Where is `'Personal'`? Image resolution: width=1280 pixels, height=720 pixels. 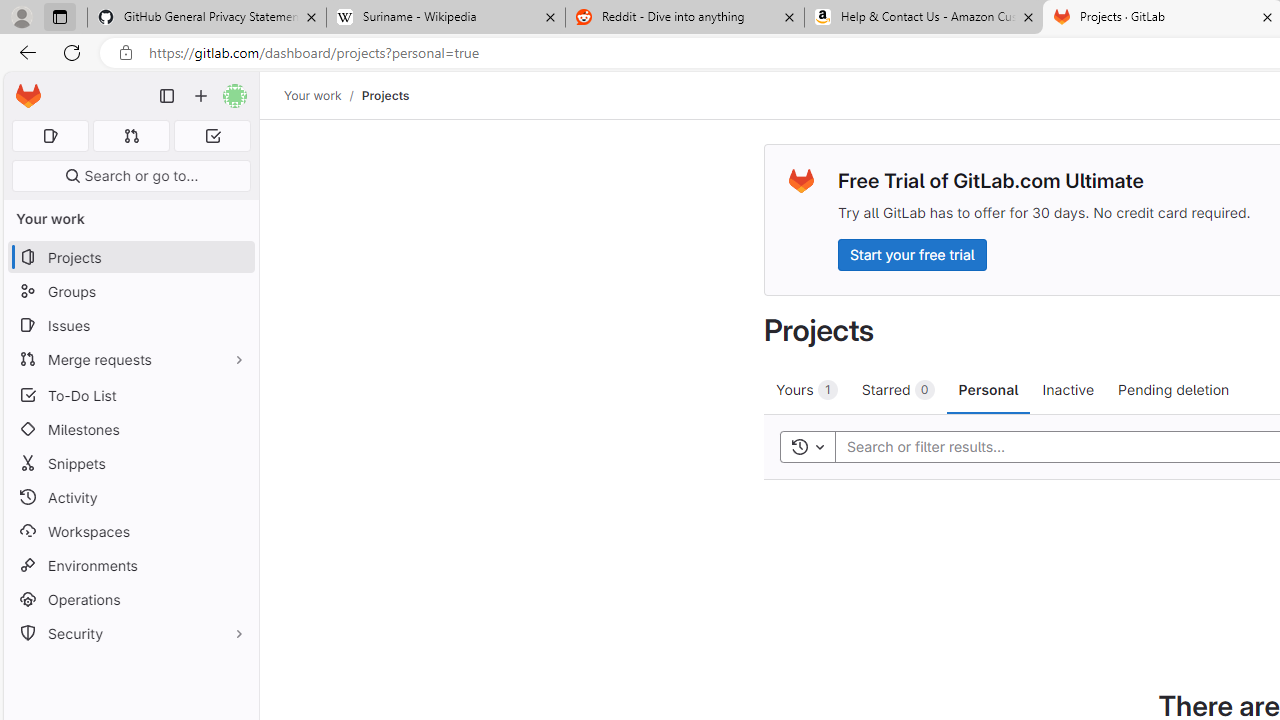
'Personal' is located at coordinates (988, 389).